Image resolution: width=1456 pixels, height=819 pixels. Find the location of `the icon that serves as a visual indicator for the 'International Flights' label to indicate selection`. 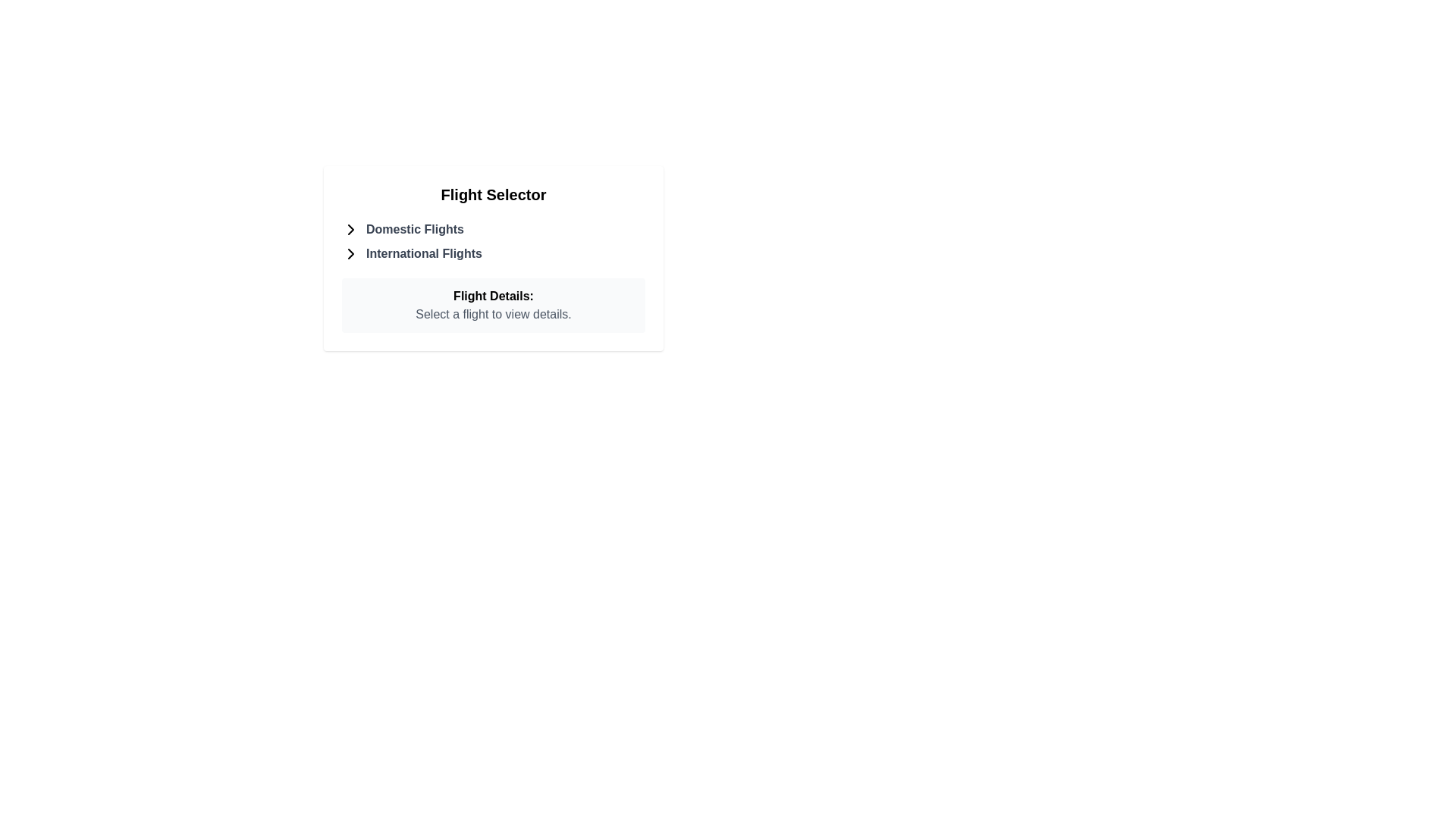

the icon that serves as a visual indicator for the 'International Flights' label to indicate selection is located at coordinates (350, 253).